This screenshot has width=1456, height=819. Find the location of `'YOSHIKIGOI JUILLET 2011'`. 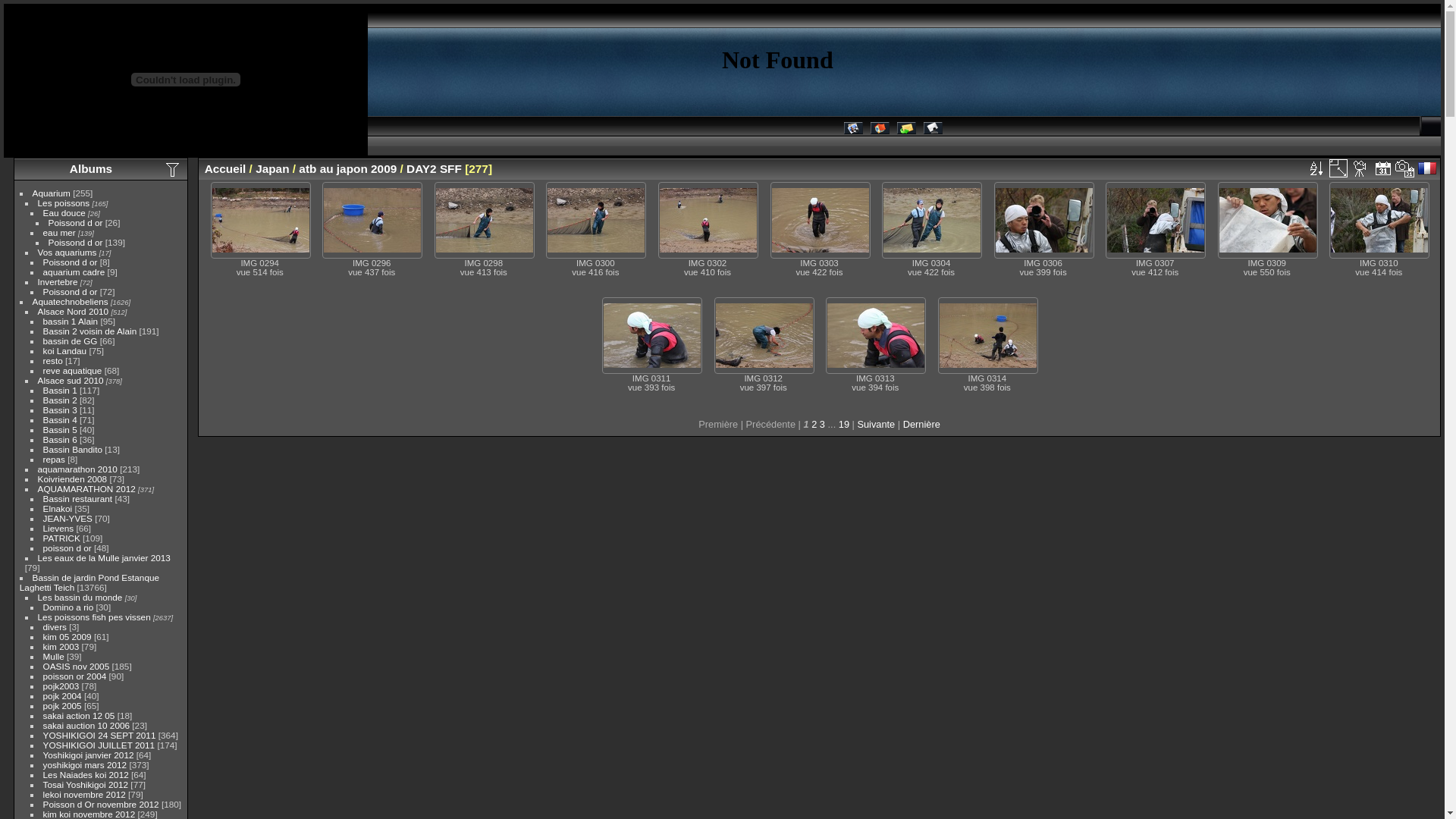

'YOSHIKIGOI JUILLET 2011' is located at coordinates (98, 744).